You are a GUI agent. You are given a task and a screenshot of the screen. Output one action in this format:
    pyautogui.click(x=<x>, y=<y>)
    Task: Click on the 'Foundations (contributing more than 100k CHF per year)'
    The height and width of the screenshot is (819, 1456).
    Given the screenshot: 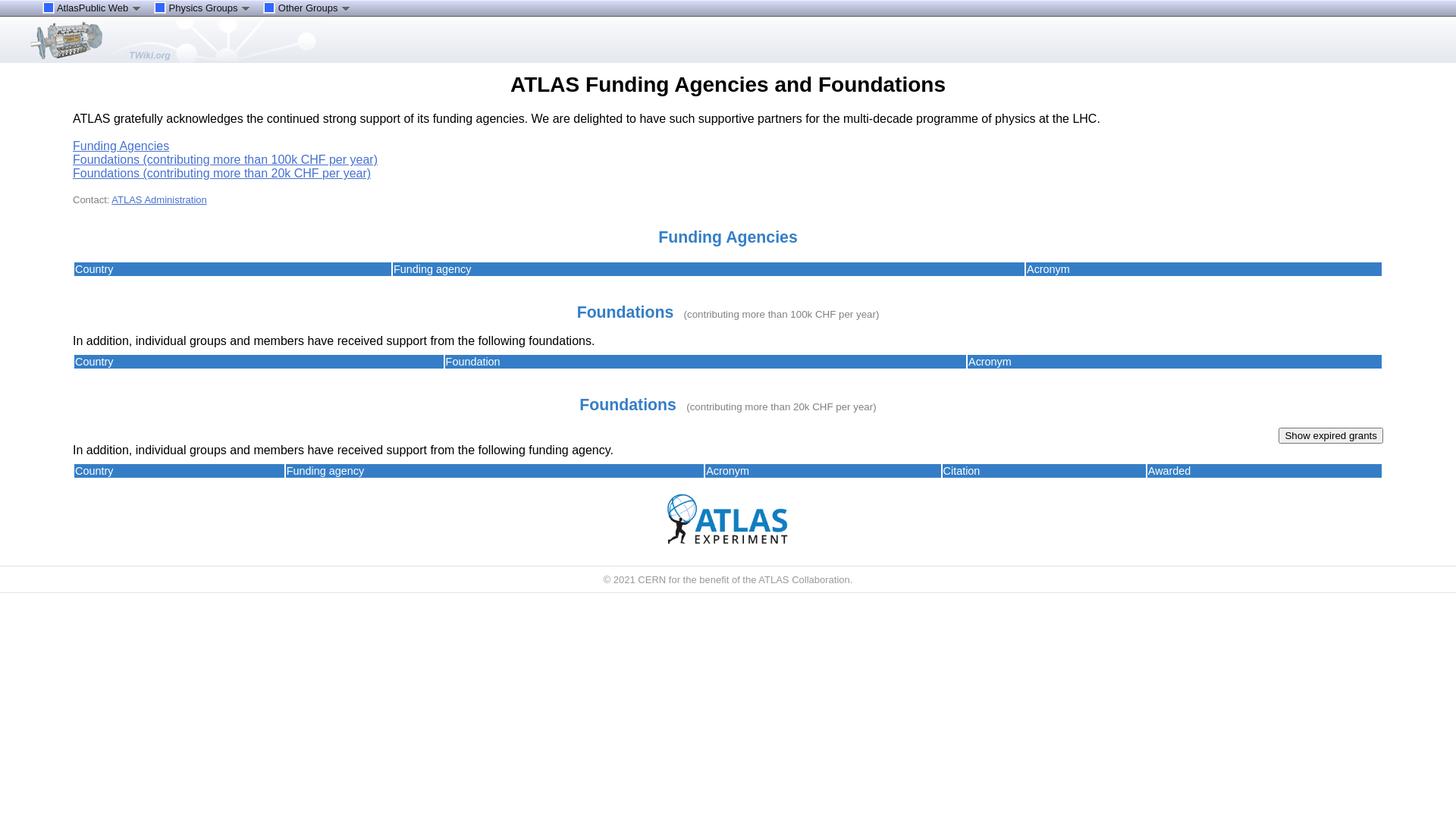 What is the action you would take?
    pyautogui.click(x=224, y=159)
    